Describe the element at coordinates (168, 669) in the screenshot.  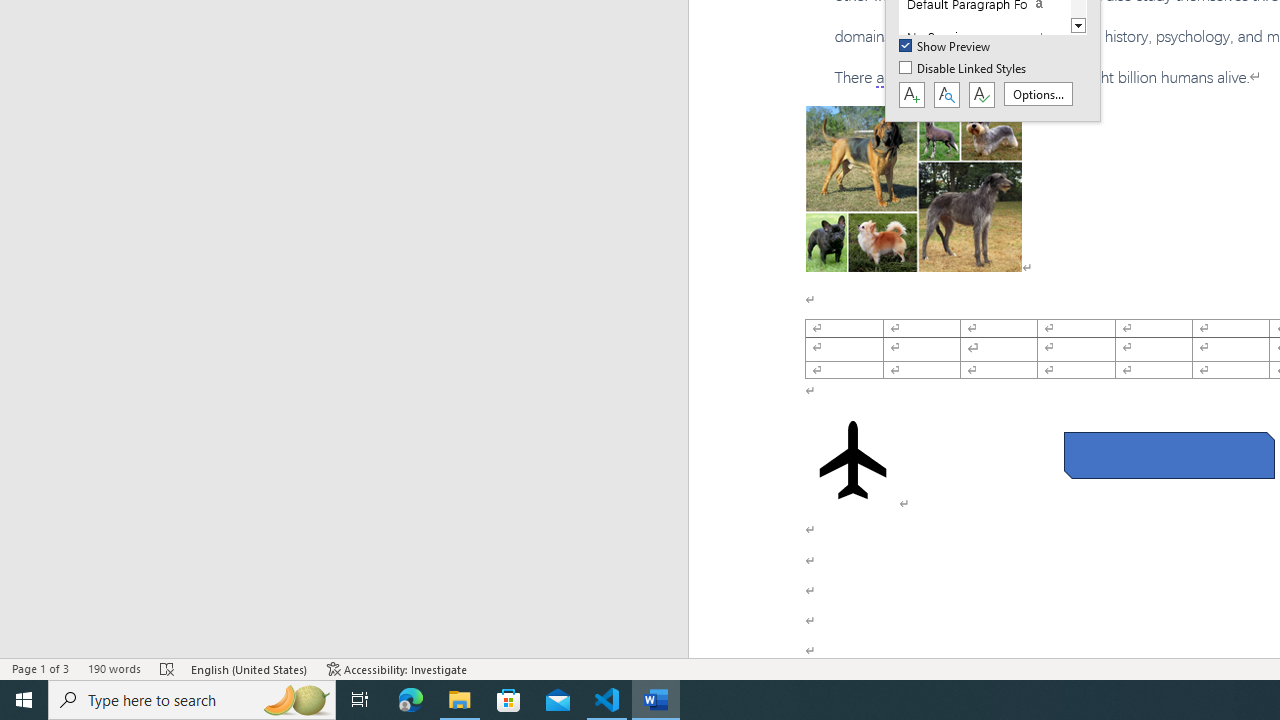
I see `'Spelling and Grammar Check Errors'` at that location.